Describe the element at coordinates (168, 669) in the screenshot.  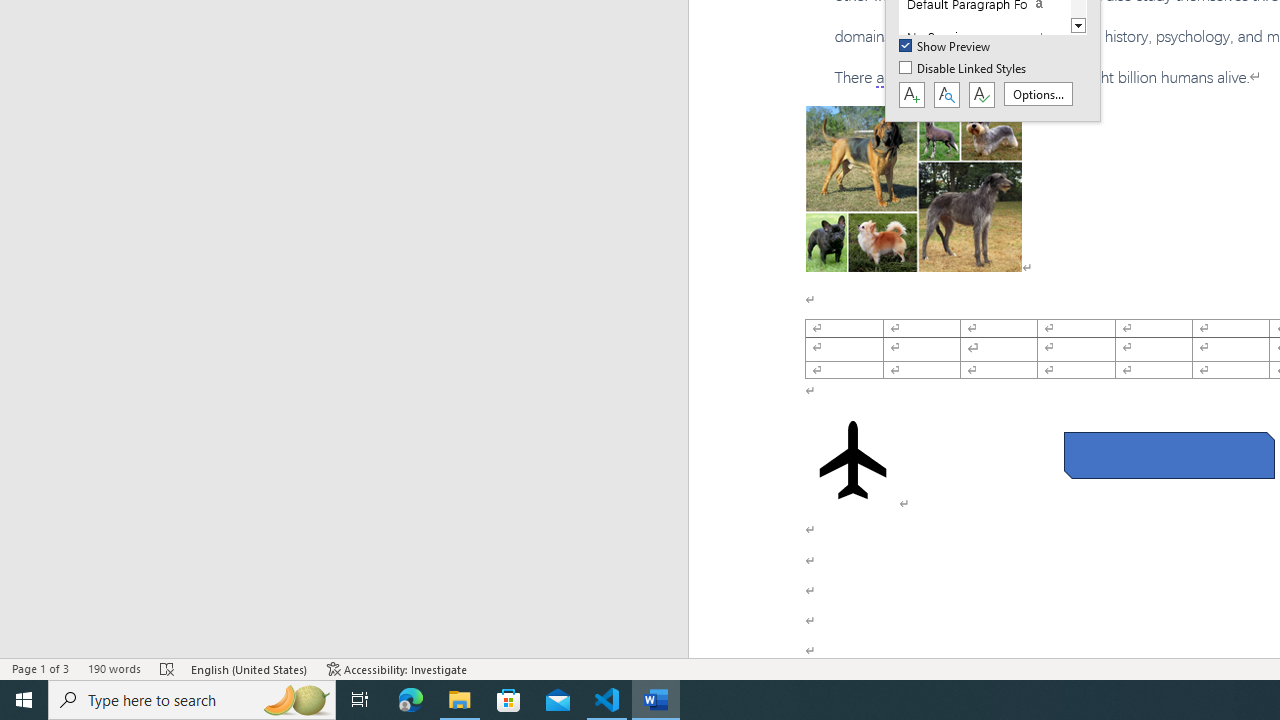
I see `'Spelling and Grammar Check Errors'` at that location.